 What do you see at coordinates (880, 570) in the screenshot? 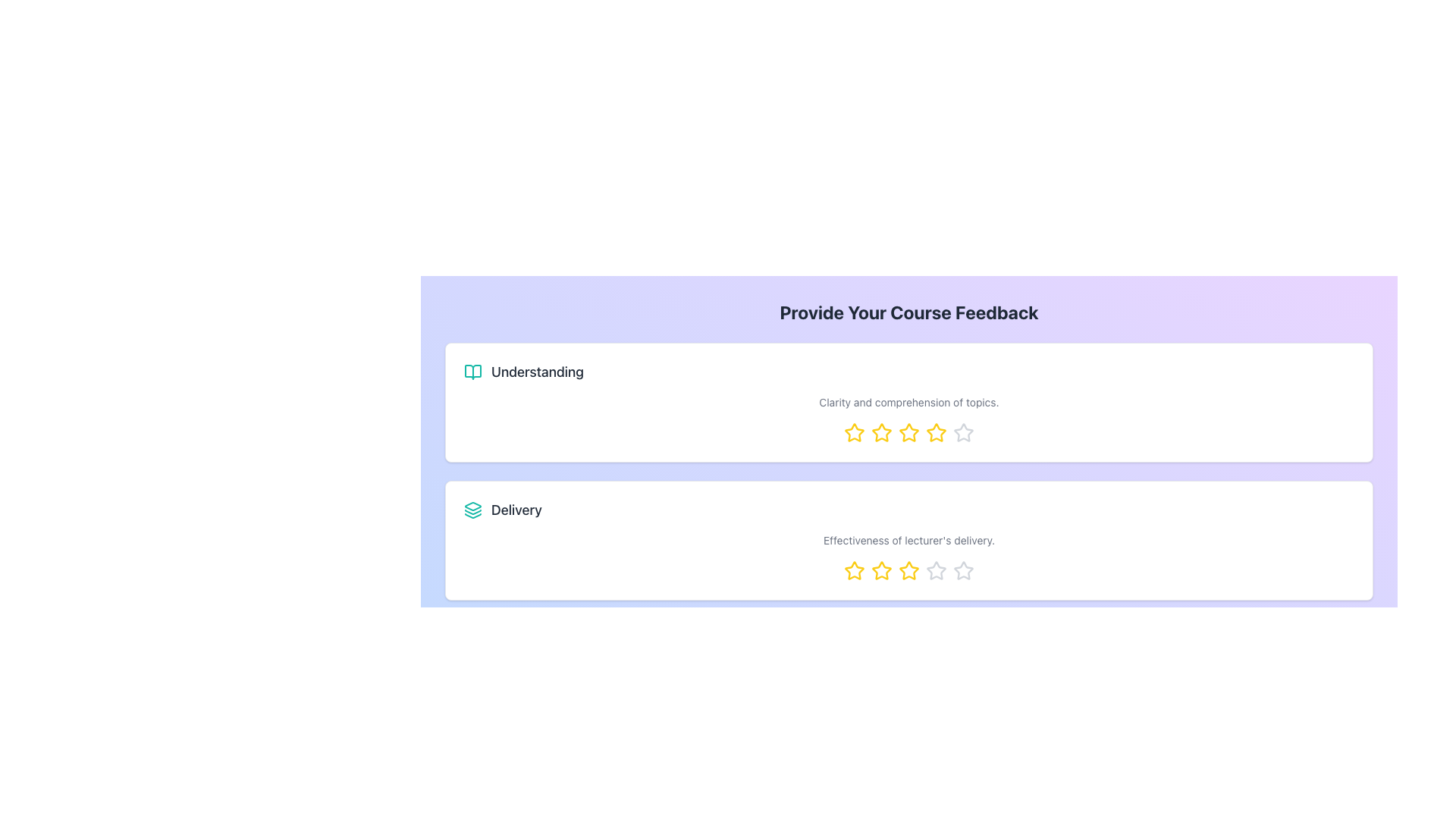
I see `the second yellow star icon in the rating row under the 'Delivery' section to rate it` at bounding box center [880, 570].